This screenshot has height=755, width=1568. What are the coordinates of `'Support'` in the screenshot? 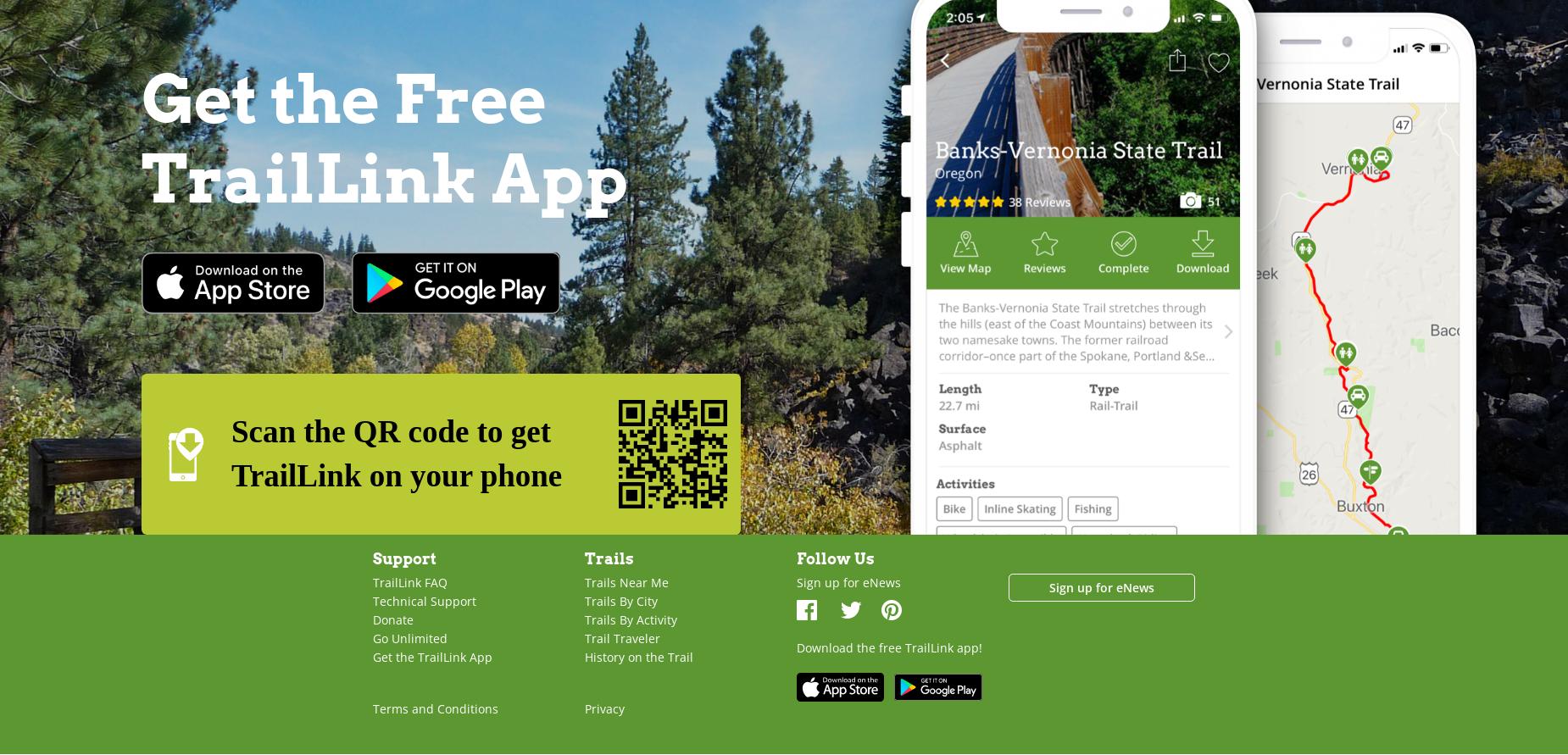 It's located at (404, 557).